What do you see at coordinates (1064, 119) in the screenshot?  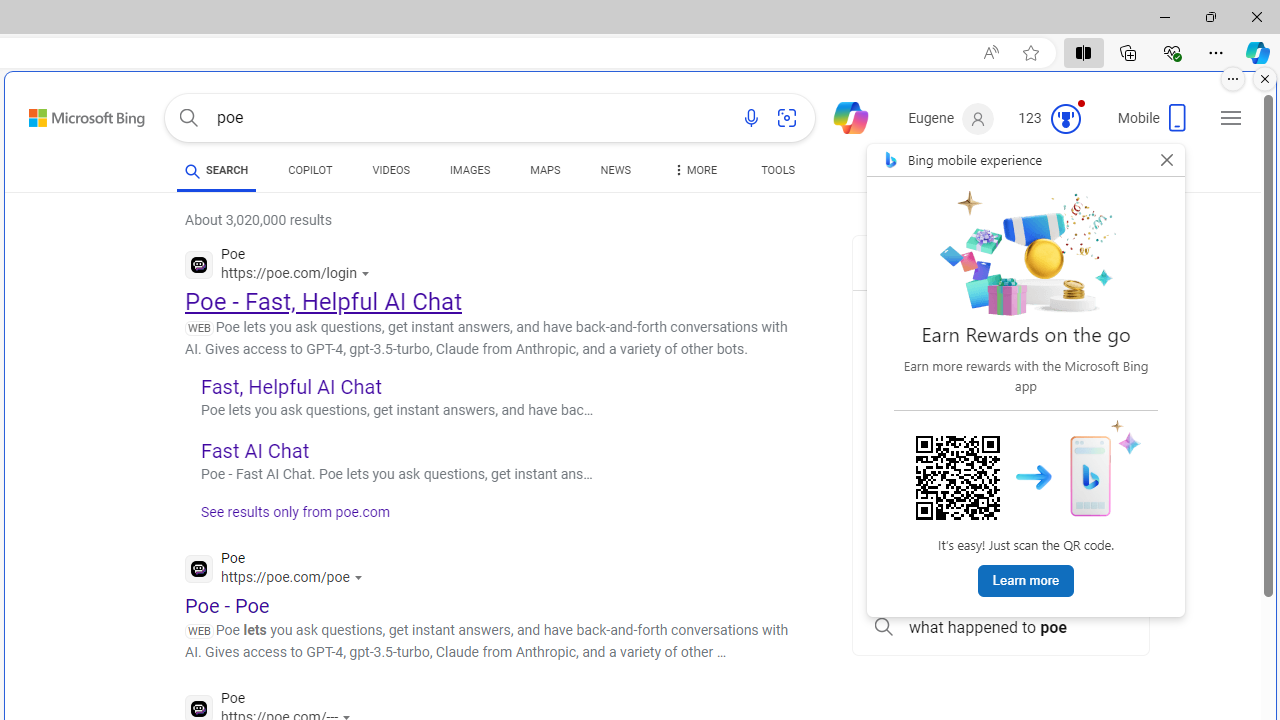 I see `'Class: medal-circled'` at bounding box center [1064, 119].